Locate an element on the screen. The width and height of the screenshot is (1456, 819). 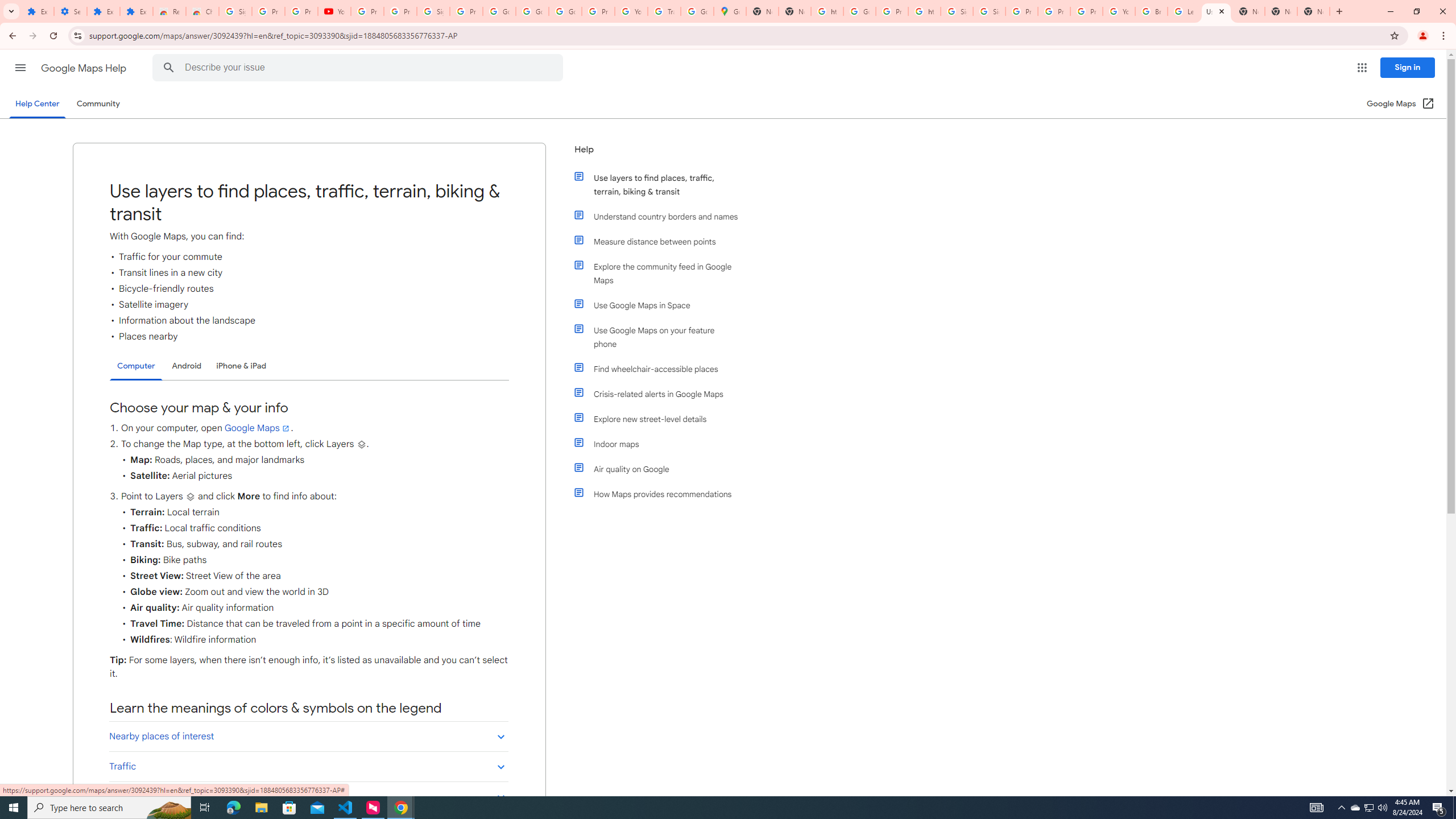
'Google Account' is located at coordinates (531, 11).